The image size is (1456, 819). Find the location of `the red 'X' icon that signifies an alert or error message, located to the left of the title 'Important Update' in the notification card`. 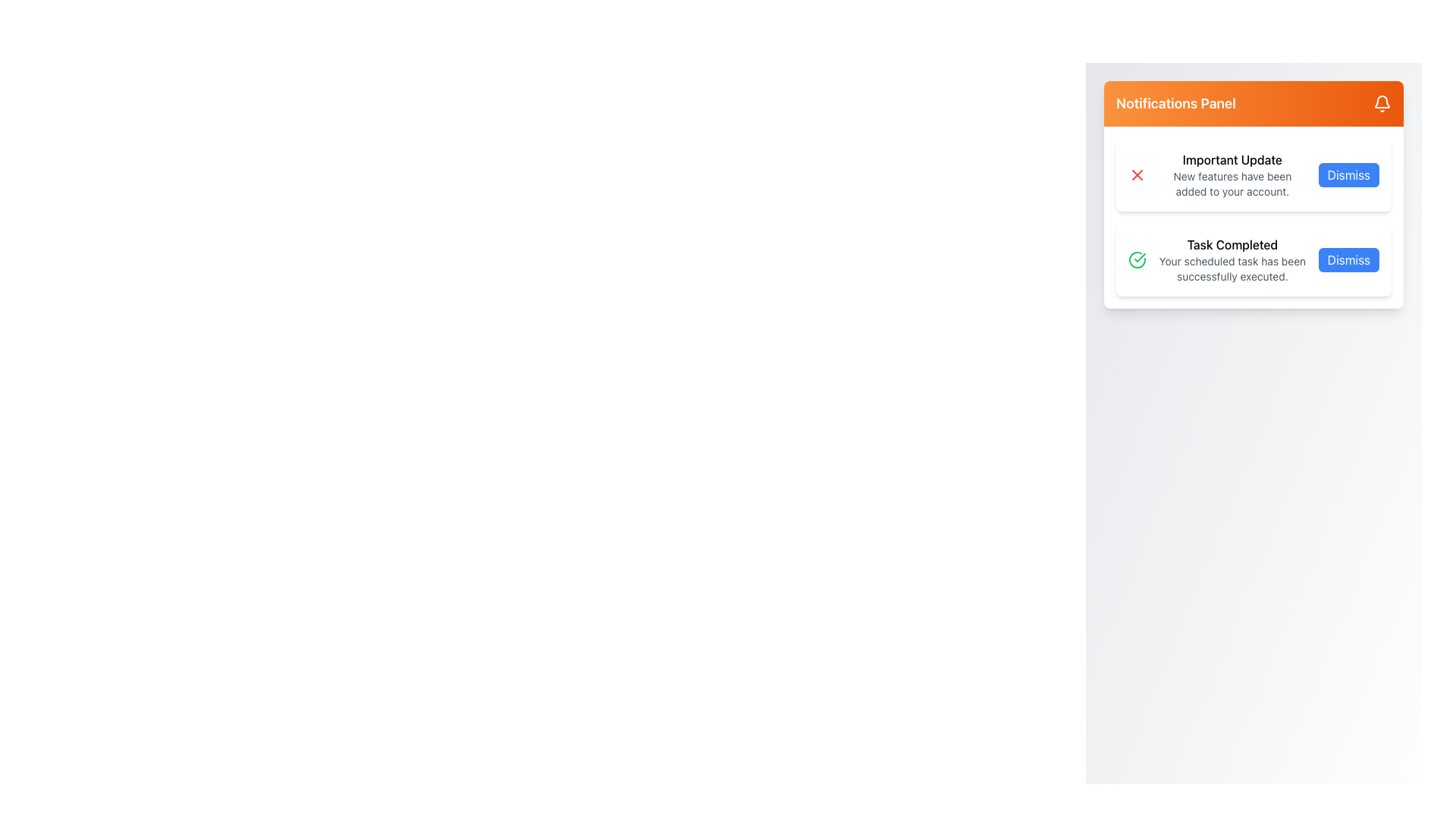

the red 'X' icon that signifies an alert or error message, located to the left of the title 'Important Update' in the notification card is located at coordinates (1137, 174).